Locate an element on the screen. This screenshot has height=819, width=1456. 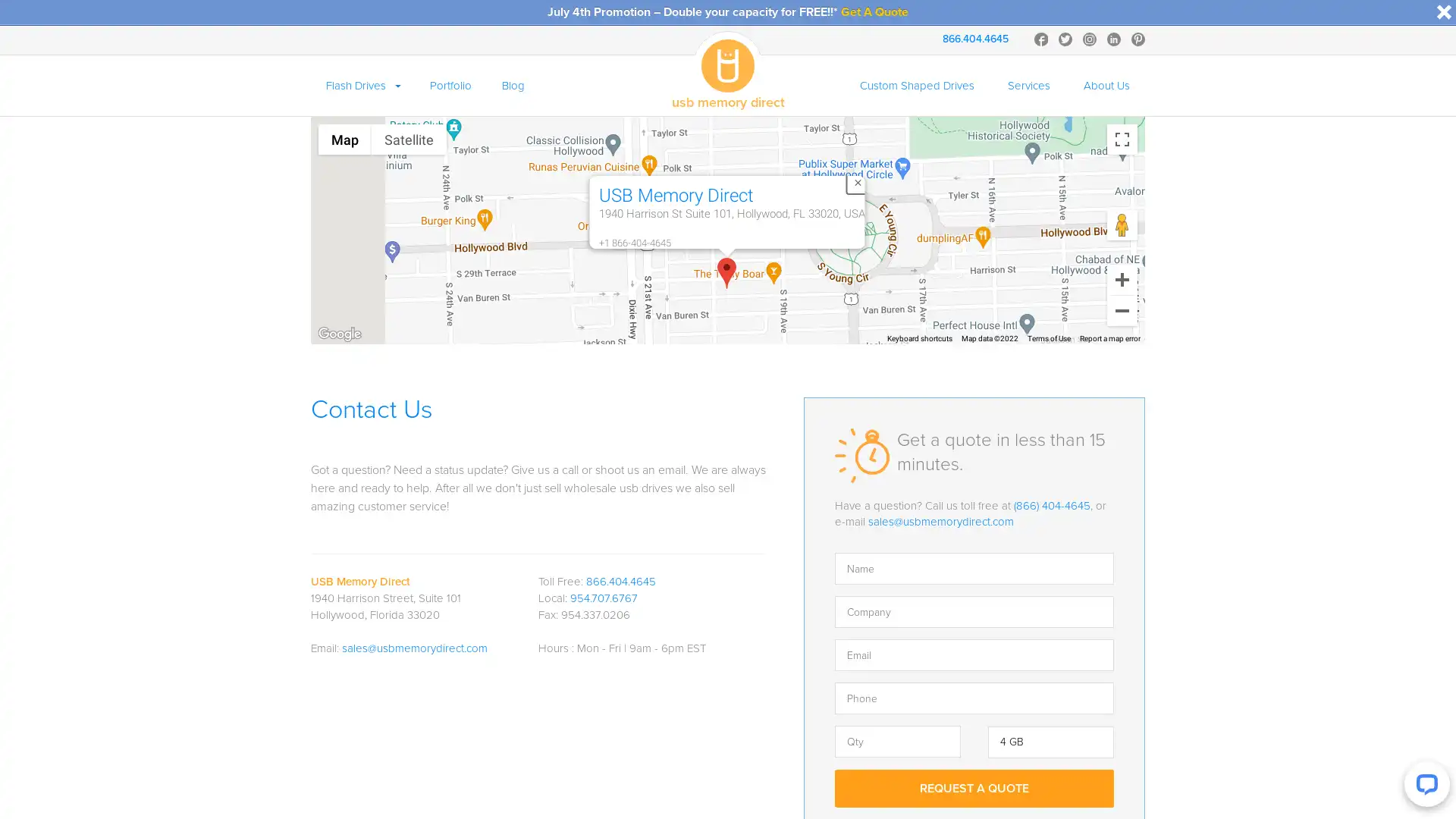
Zoom out is located at coordinates (1122, 309).